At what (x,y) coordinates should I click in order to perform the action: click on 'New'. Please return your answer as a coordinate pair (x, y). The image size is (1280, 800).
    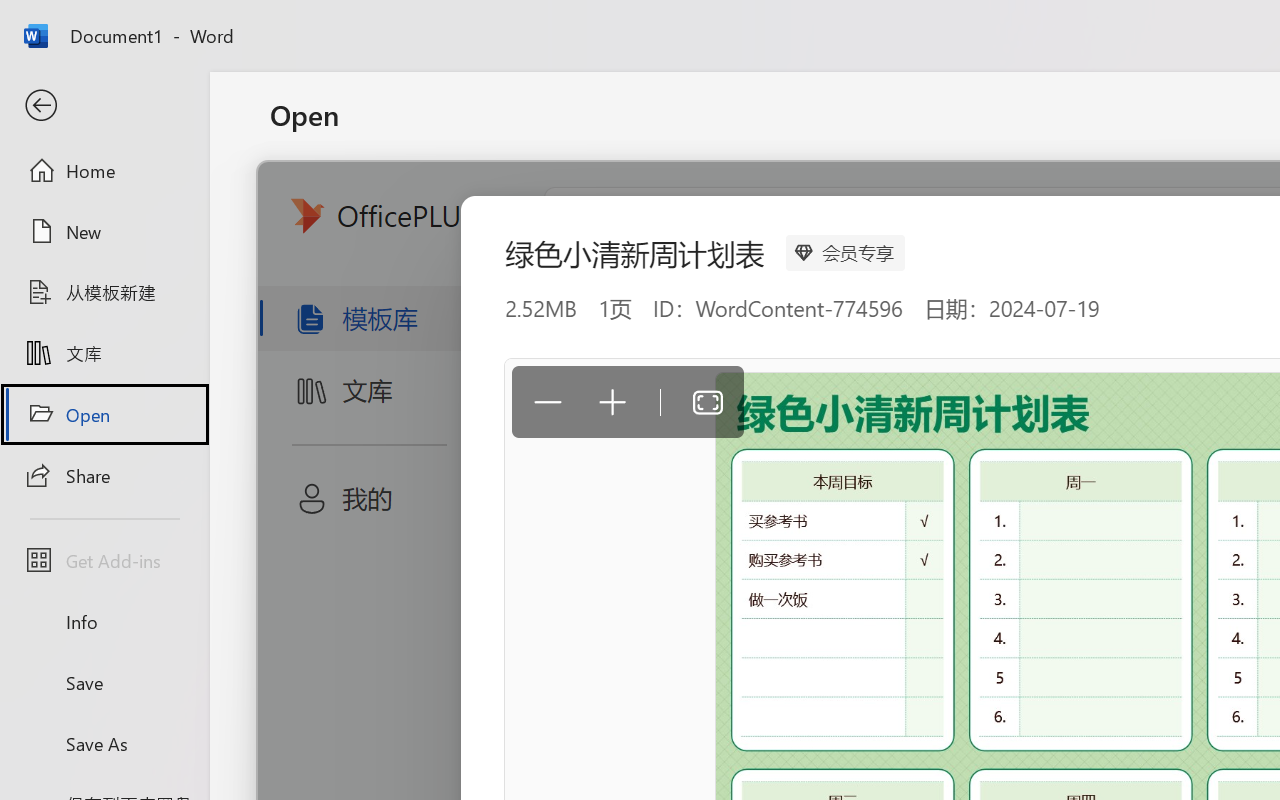
    Looking at the image, I should click on (103, 231).